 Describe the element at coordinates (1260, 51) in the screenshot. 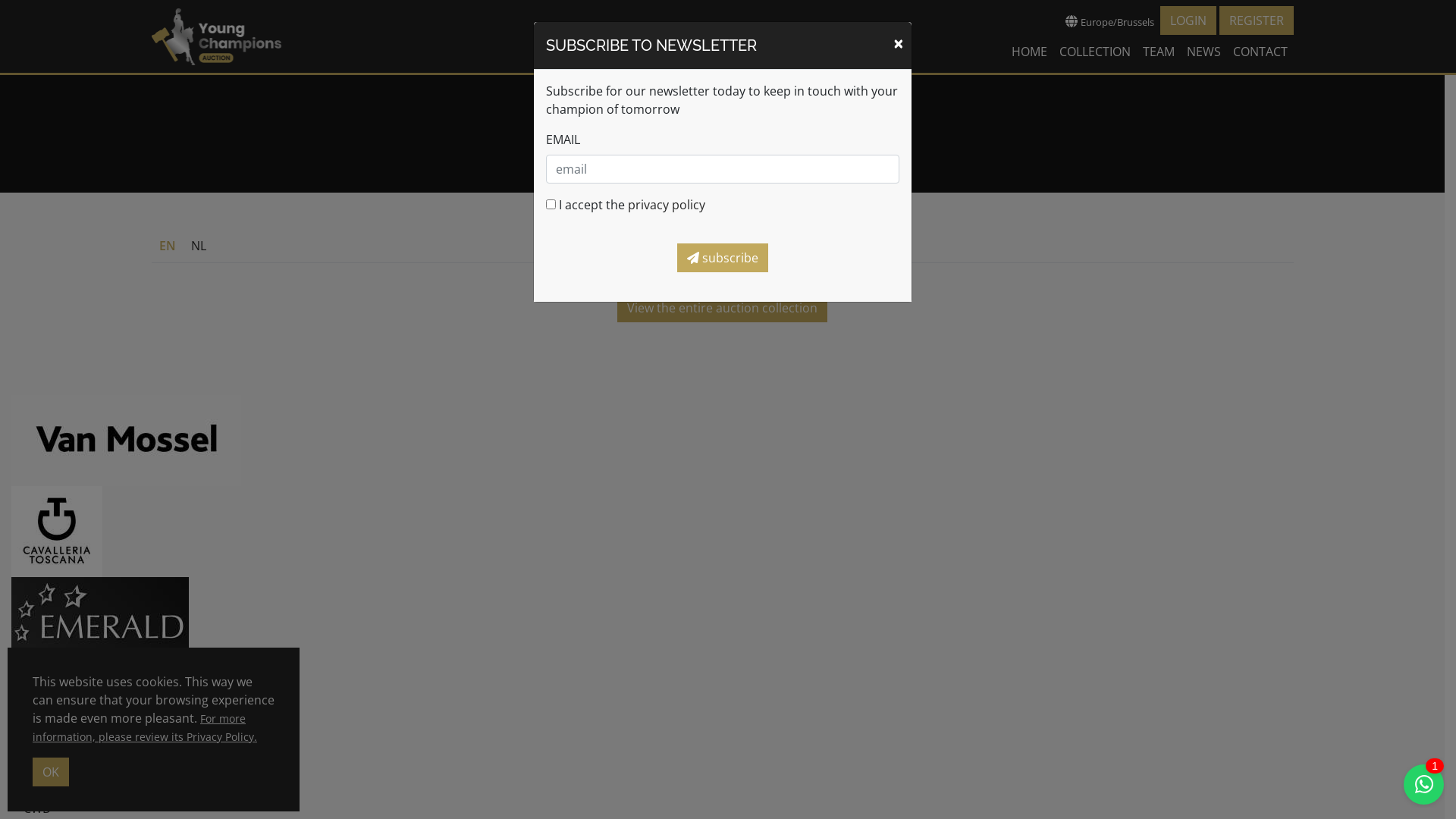

I see `'CONTACT'` at that location.